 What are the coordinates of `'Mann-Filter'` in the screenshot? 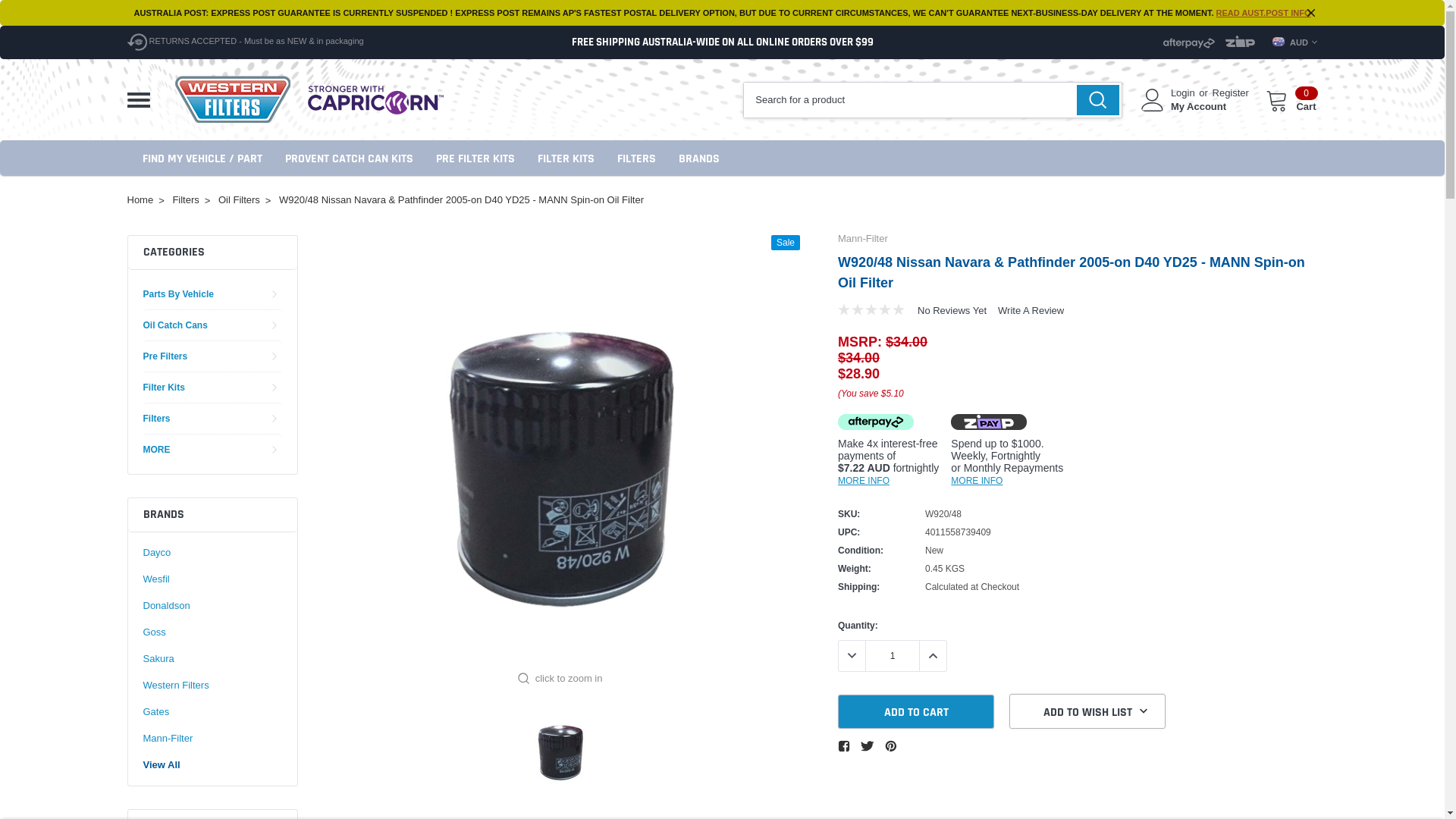 It's located at (836, 238).